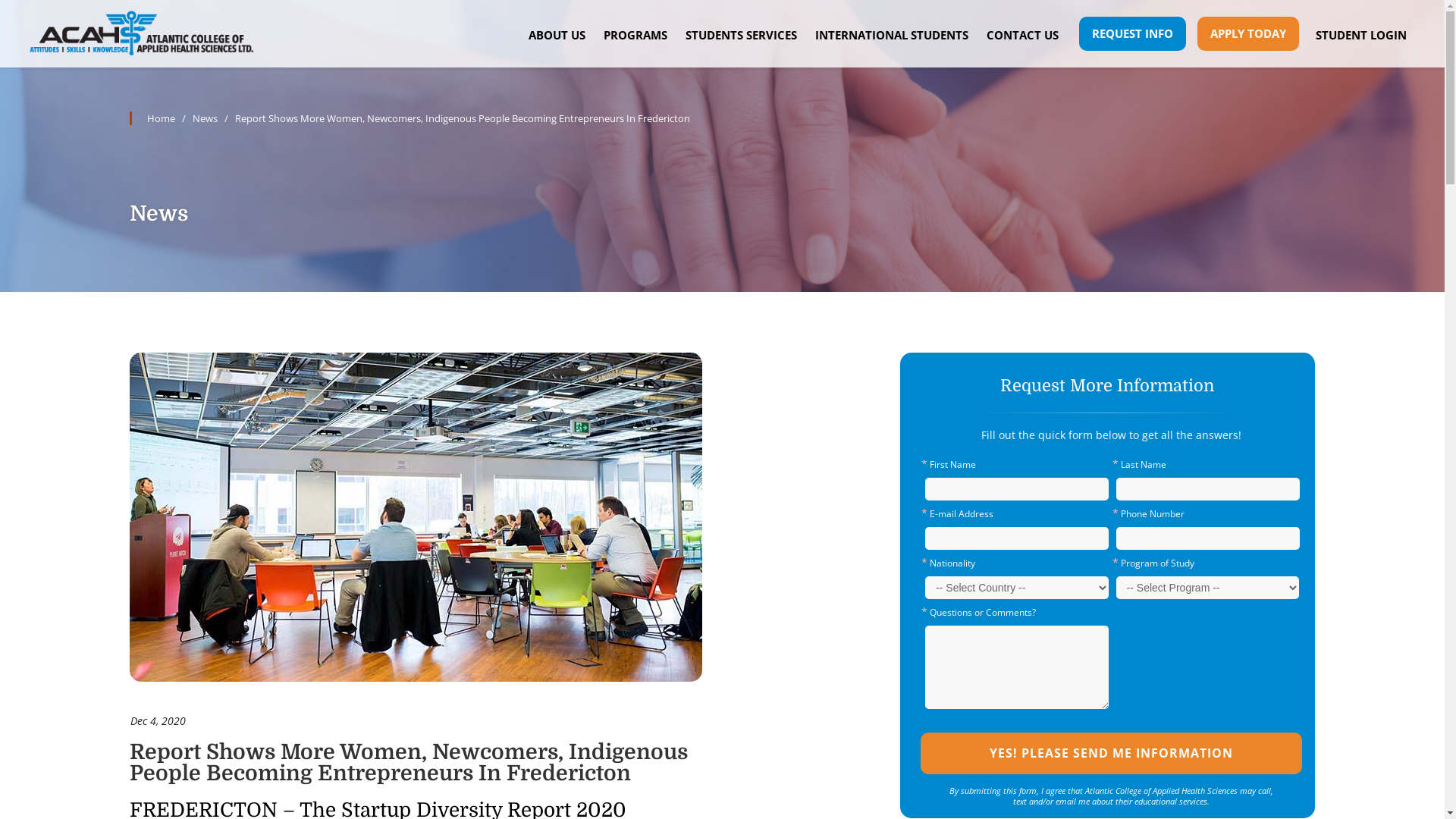  I want to click on 'INTERNATIONAL STUDENTS', so click(892, 34).